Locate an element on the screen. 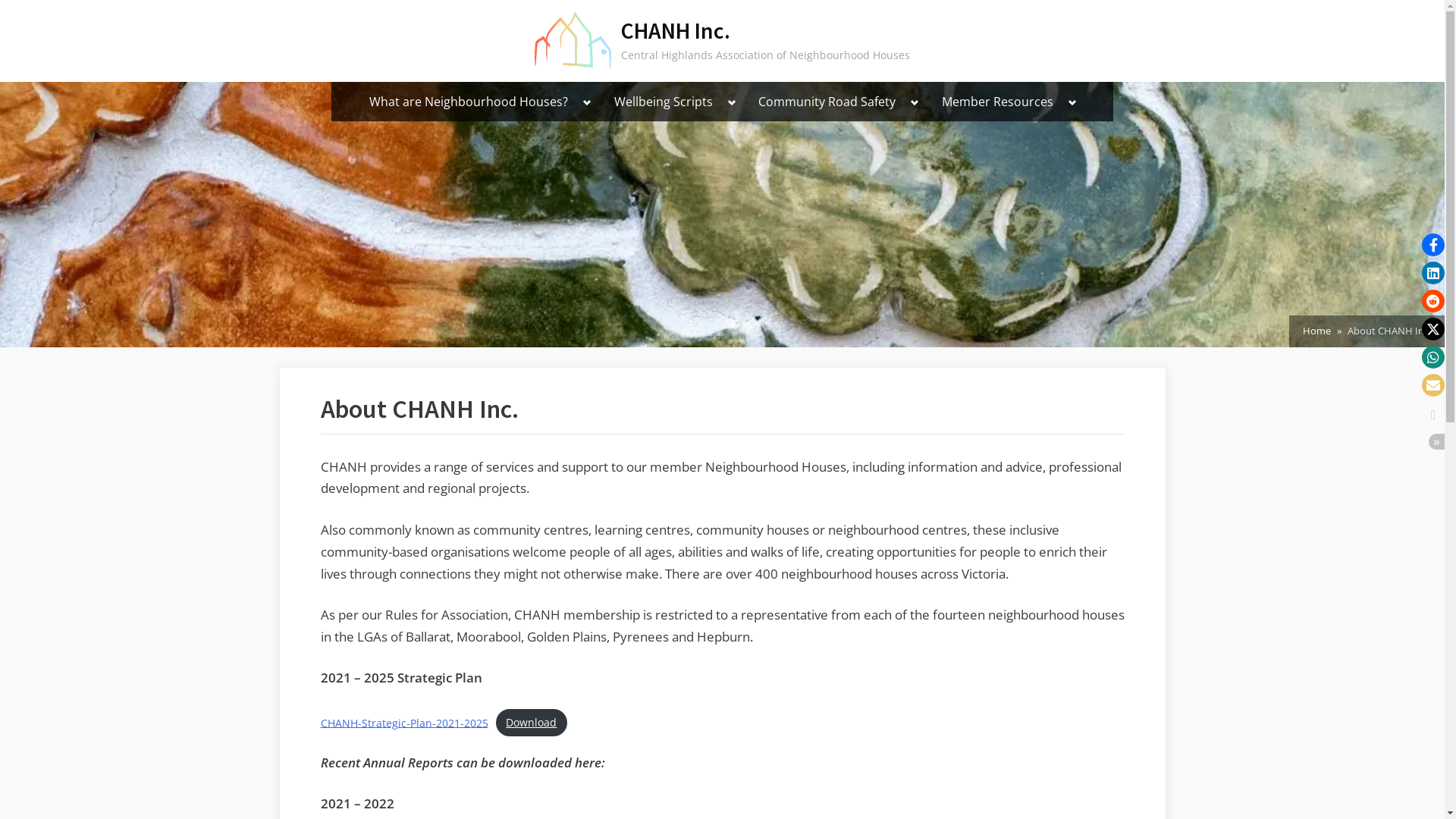 The image size is (1456, 819). 'Home' is located at coordinates (1302, 330).